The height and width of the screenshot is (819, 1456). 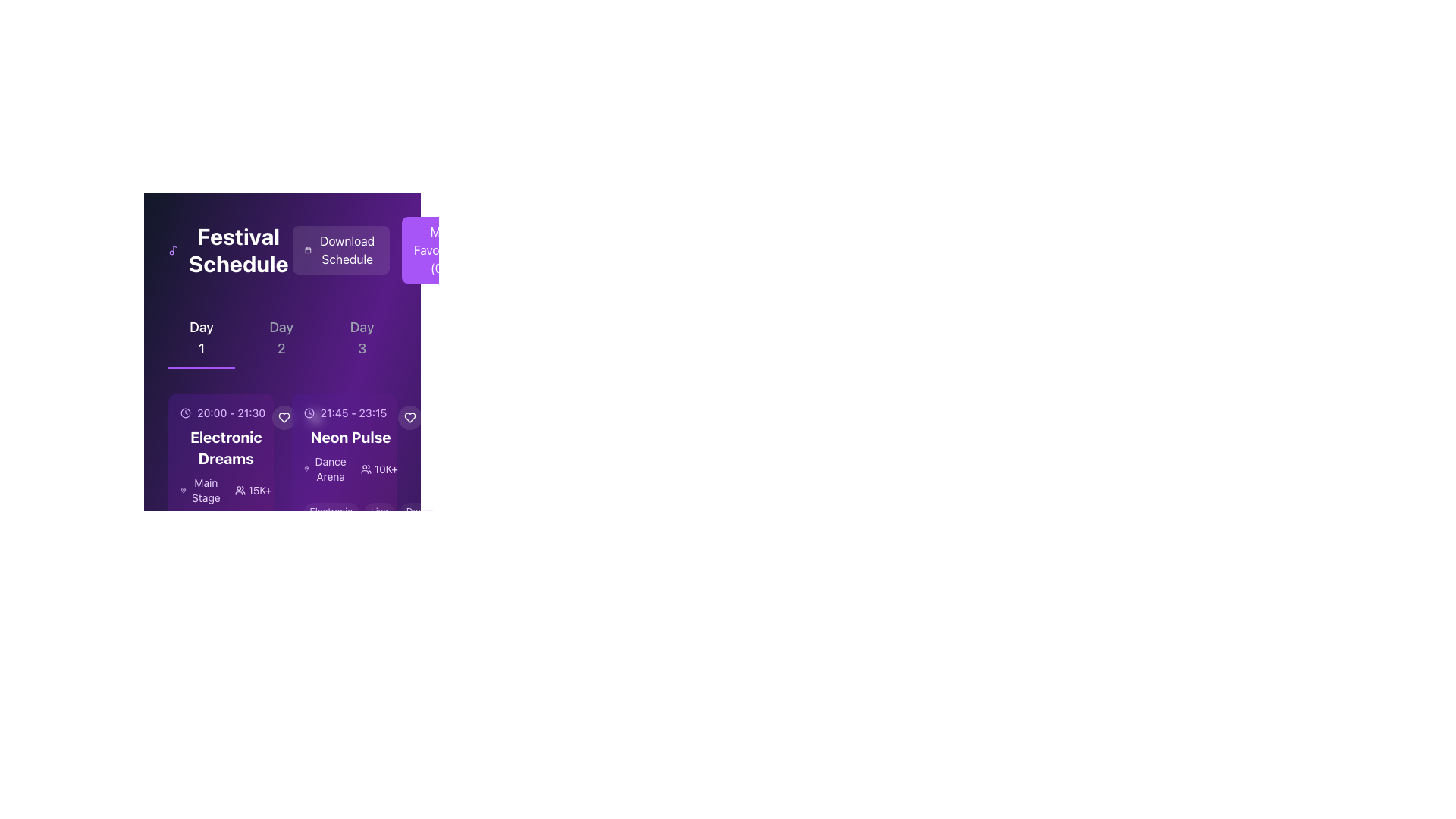 I want to click on the heart-shaped 'Favorite' button located in the top-right corner of the 'Electronic Dreams' event card to mark it as favorite, so click(x=284, y=418).